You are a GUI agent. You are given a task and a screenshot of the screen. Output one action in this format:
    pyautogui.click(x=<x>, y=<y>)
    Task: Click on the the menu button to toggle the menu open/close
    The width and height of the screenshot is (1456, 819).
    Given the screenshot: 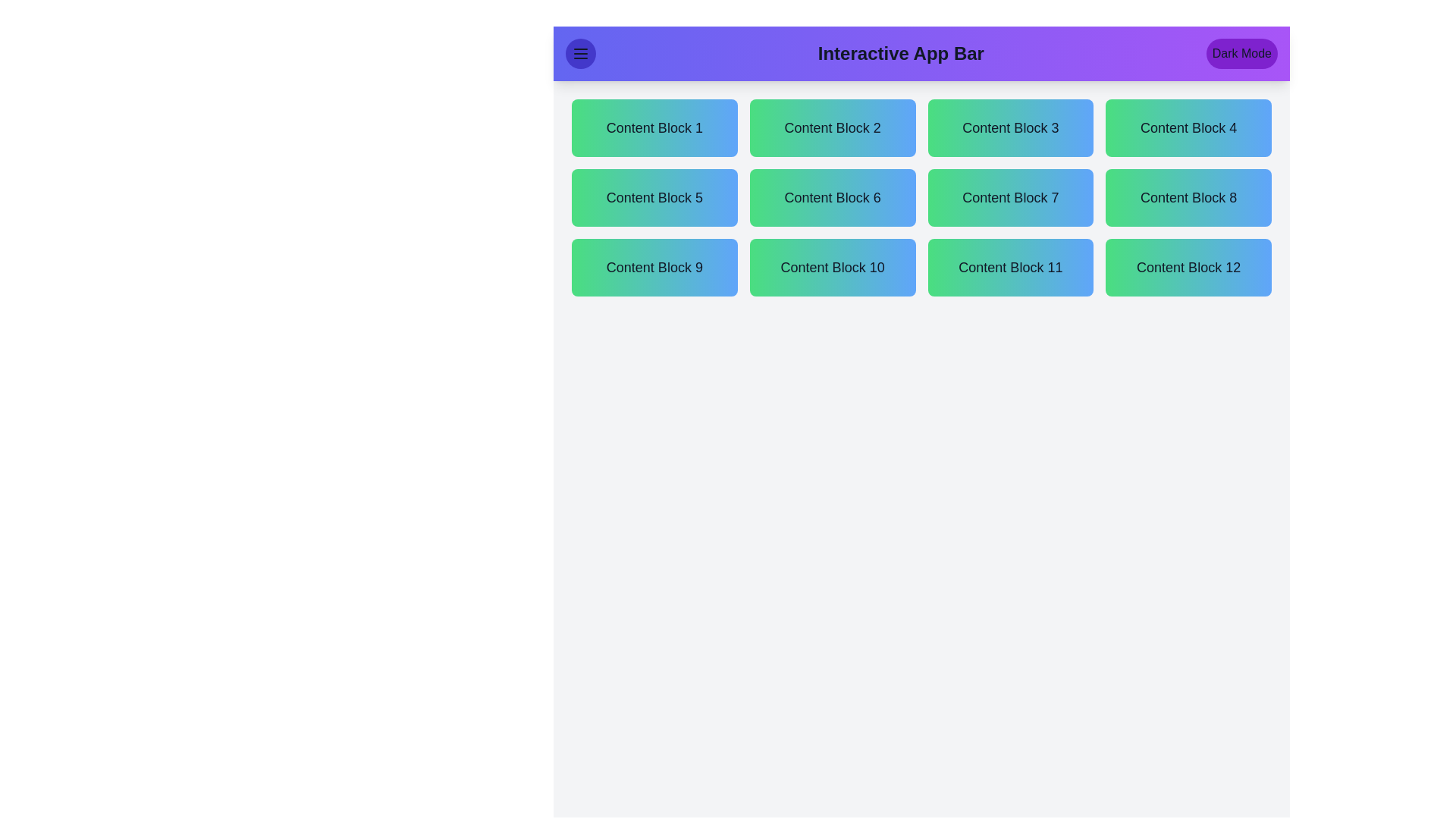 What is the action you would take?
    pyautogui.click(x=580, y=52)
    